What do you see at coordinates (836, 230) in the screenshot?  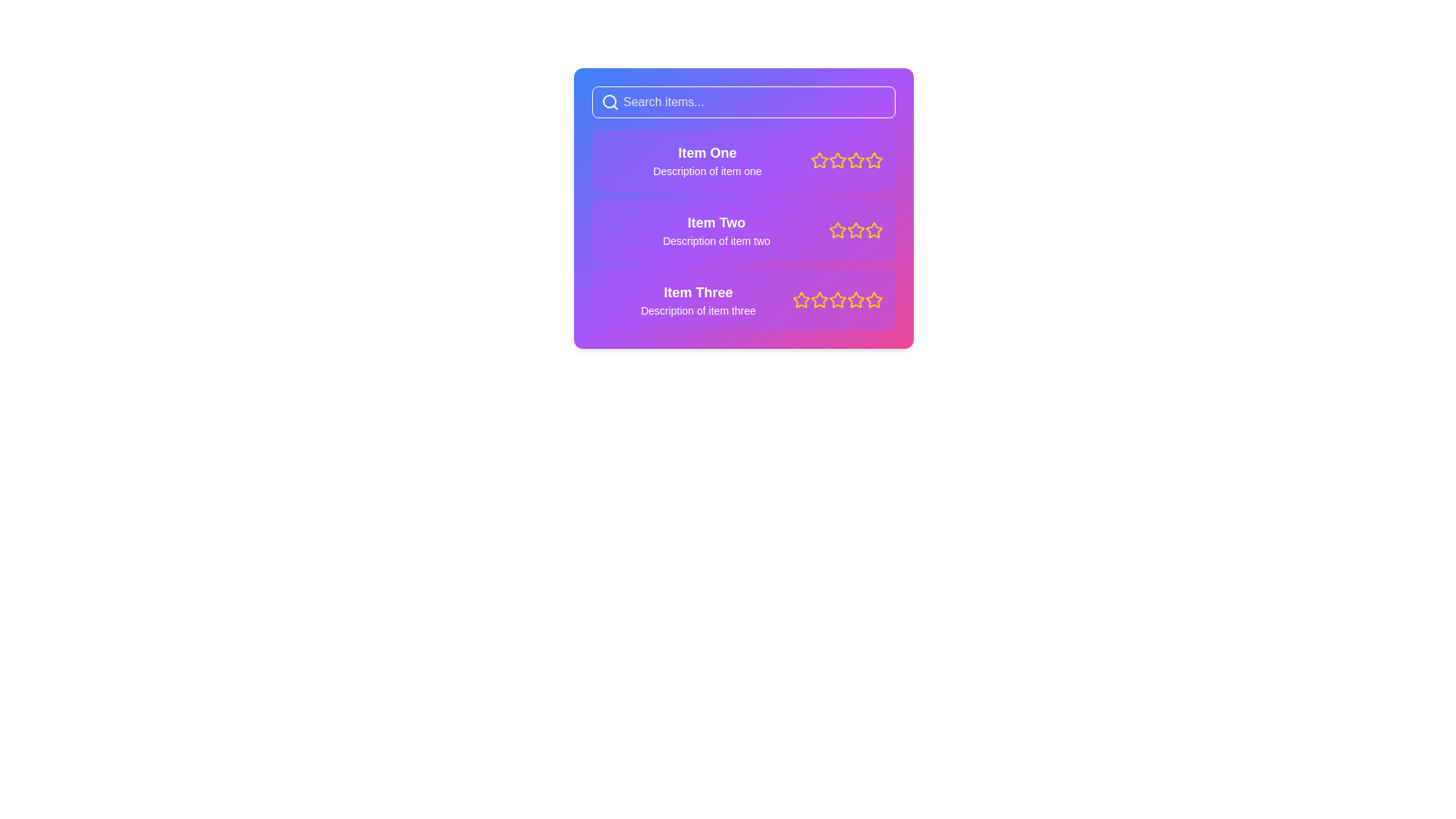 I see `the first yellow outlined star icon in the rating section associated with 'Item Two'` at bounding box center [836, 230].